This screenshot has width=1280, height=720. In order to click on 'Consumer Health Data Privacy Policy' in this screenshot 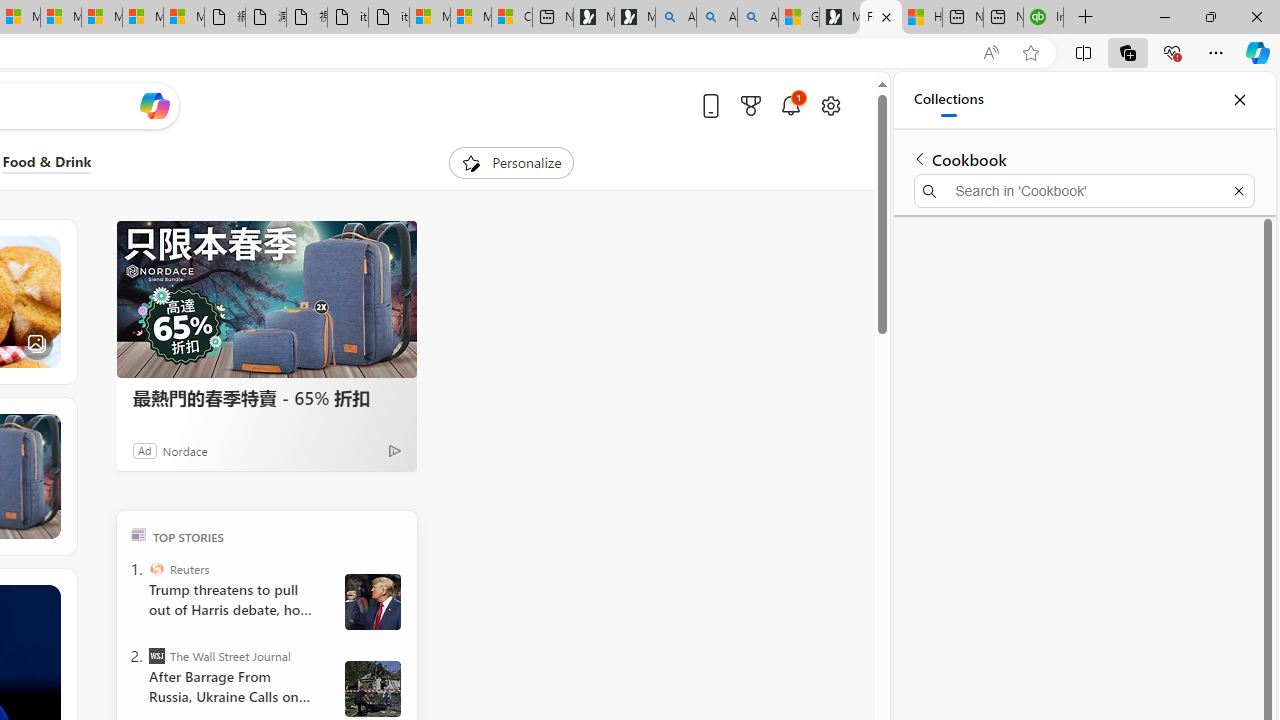, I will do `click(512, 17)`.